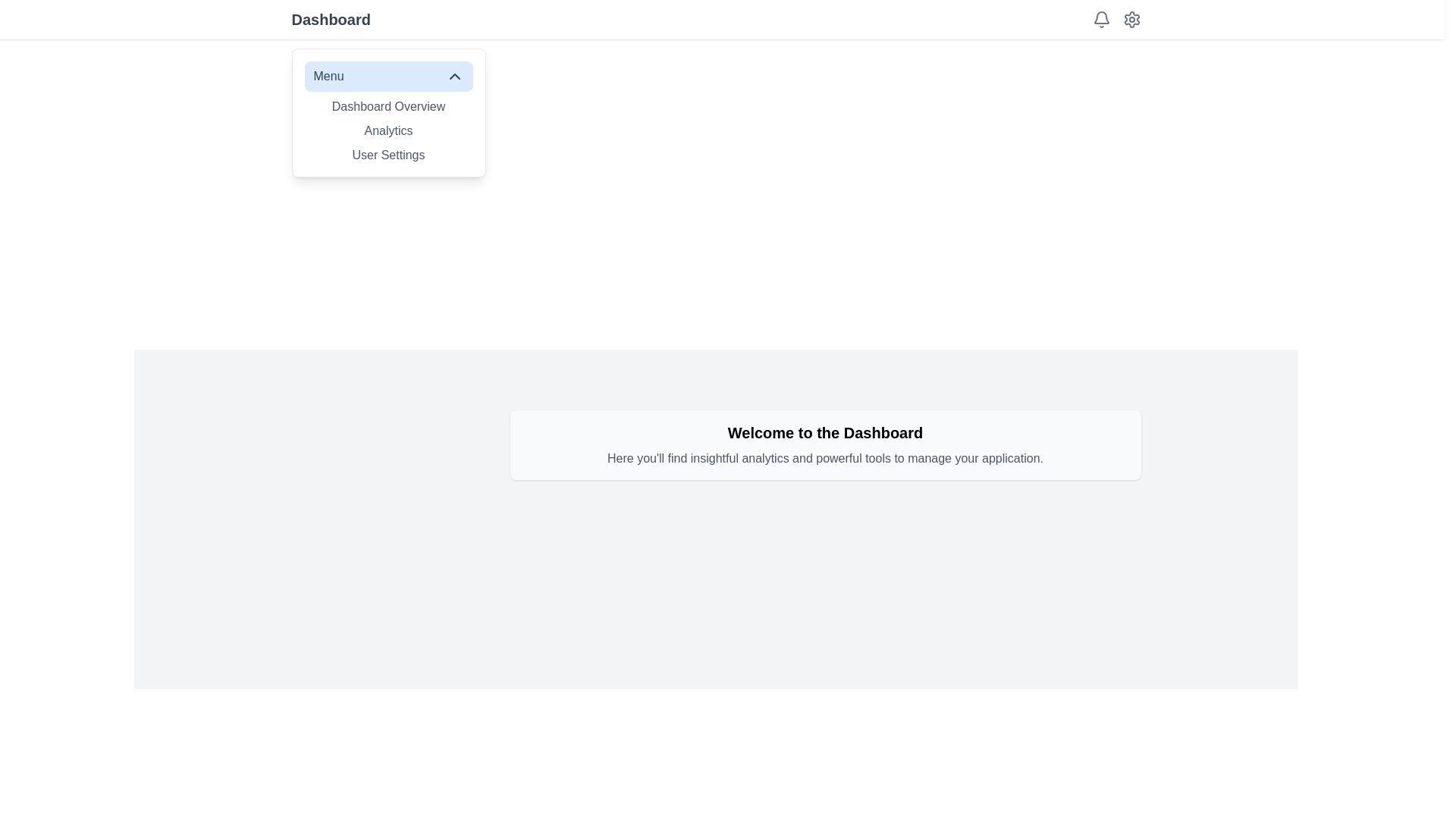 The width and height of the screenshot is (1456, 819). Describe the element at coordinates (388, 112) in the screenshot. I see `the 'Dashboard Overview' item in the dropdown menu, which has a white background and a blue-highlighted header labeled 'Menu'` at that location.